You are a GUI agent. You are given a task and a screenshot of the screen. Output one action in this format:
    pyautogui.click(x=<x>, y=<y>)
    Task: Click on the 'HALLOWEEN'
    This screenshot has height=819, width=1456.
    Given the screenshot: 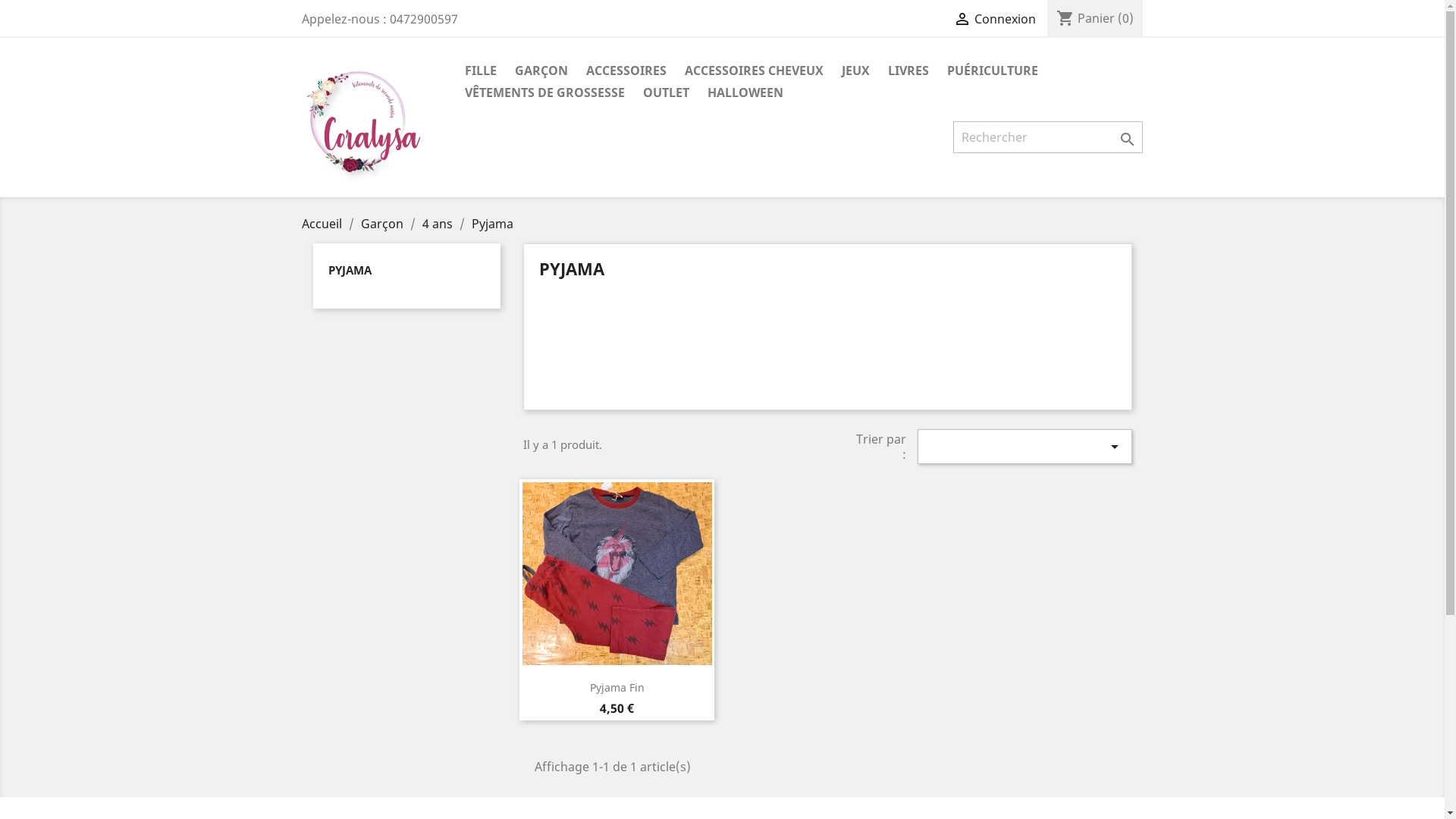 What is the action you would take?
    pyautogui.click(x=745, y=93)
    